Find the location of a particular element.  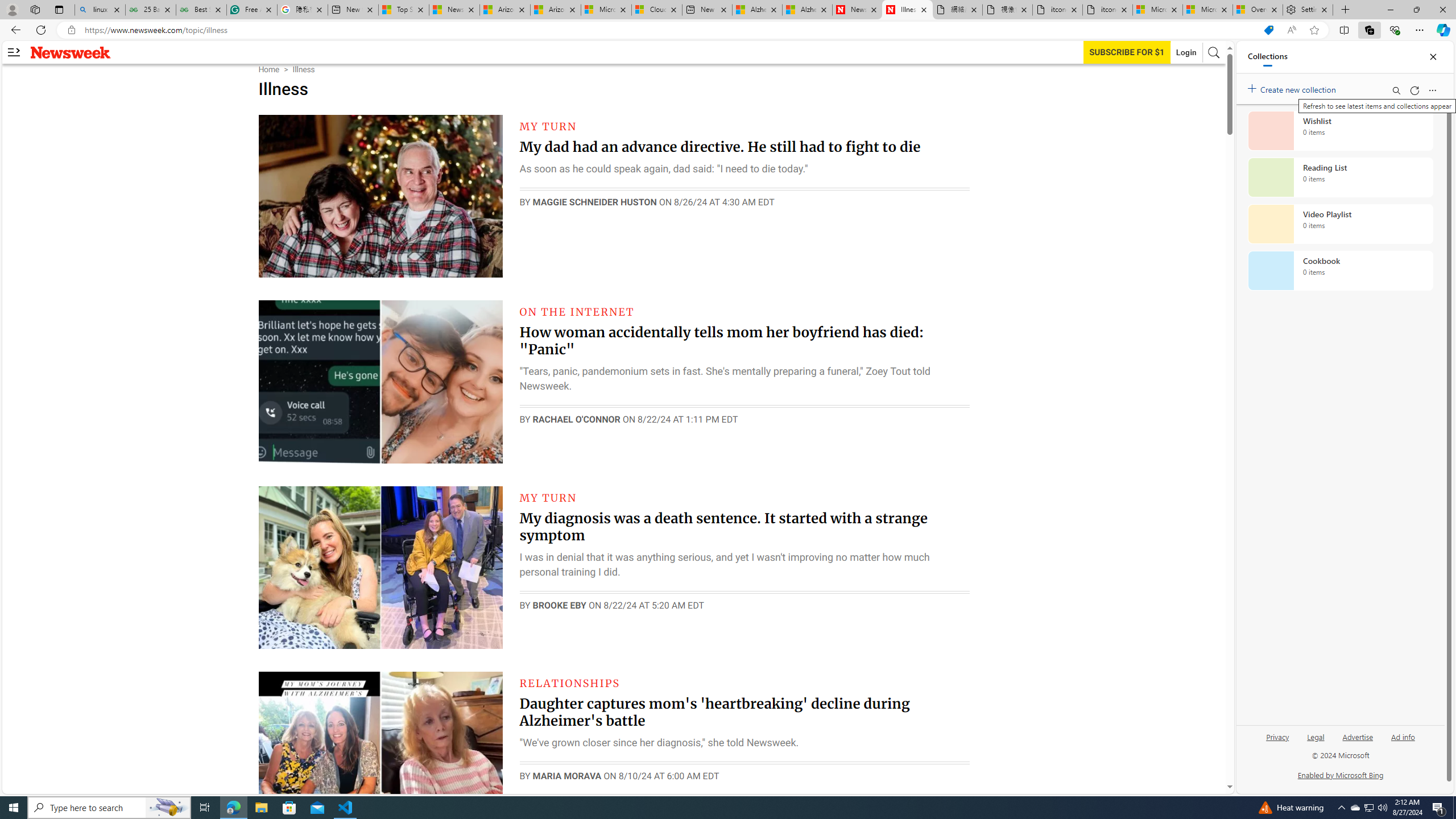

'Legal' is located at coordinates (1314, 741).